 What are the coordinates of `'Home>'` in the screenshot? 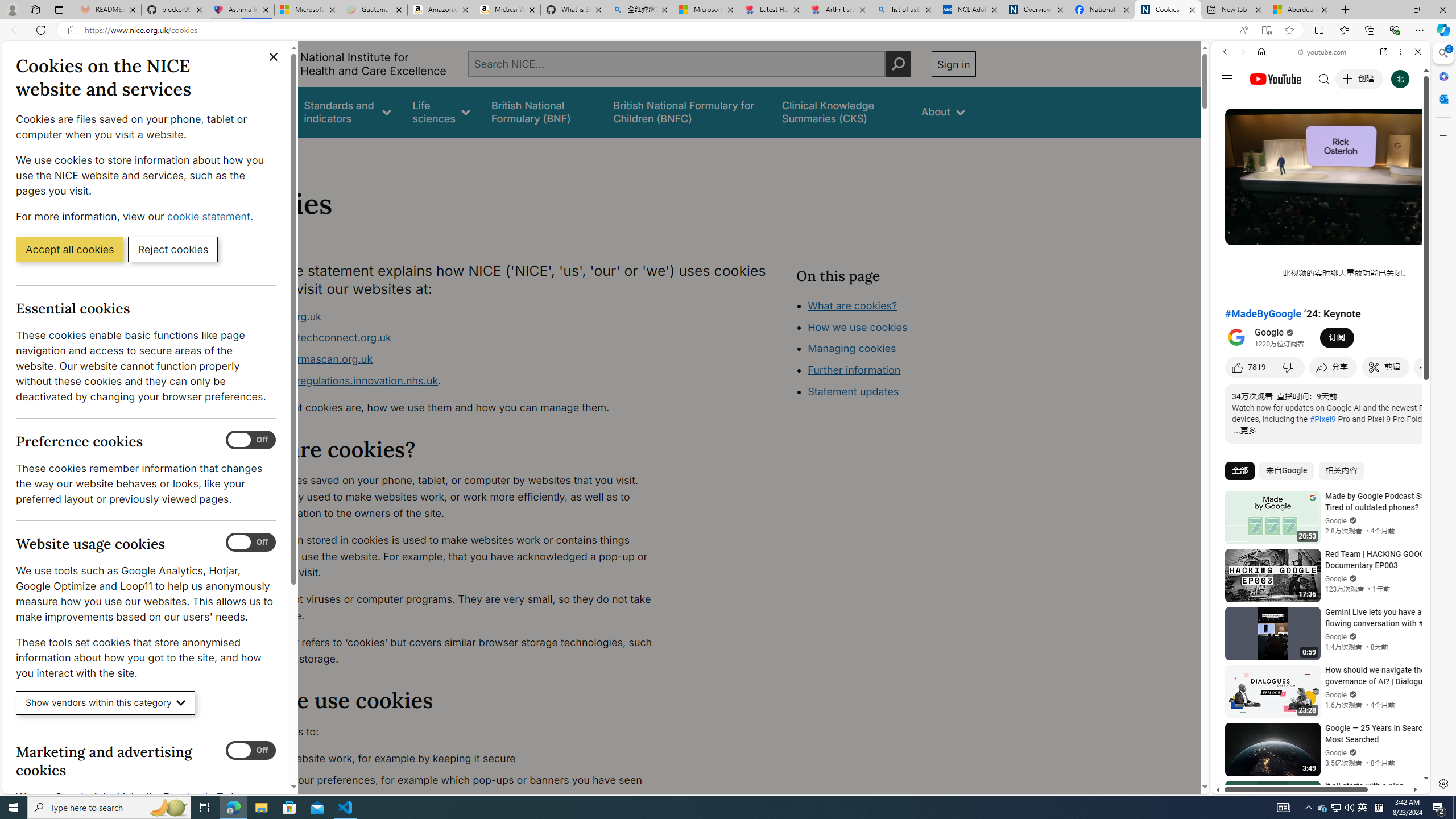 It's located at (246, 152).